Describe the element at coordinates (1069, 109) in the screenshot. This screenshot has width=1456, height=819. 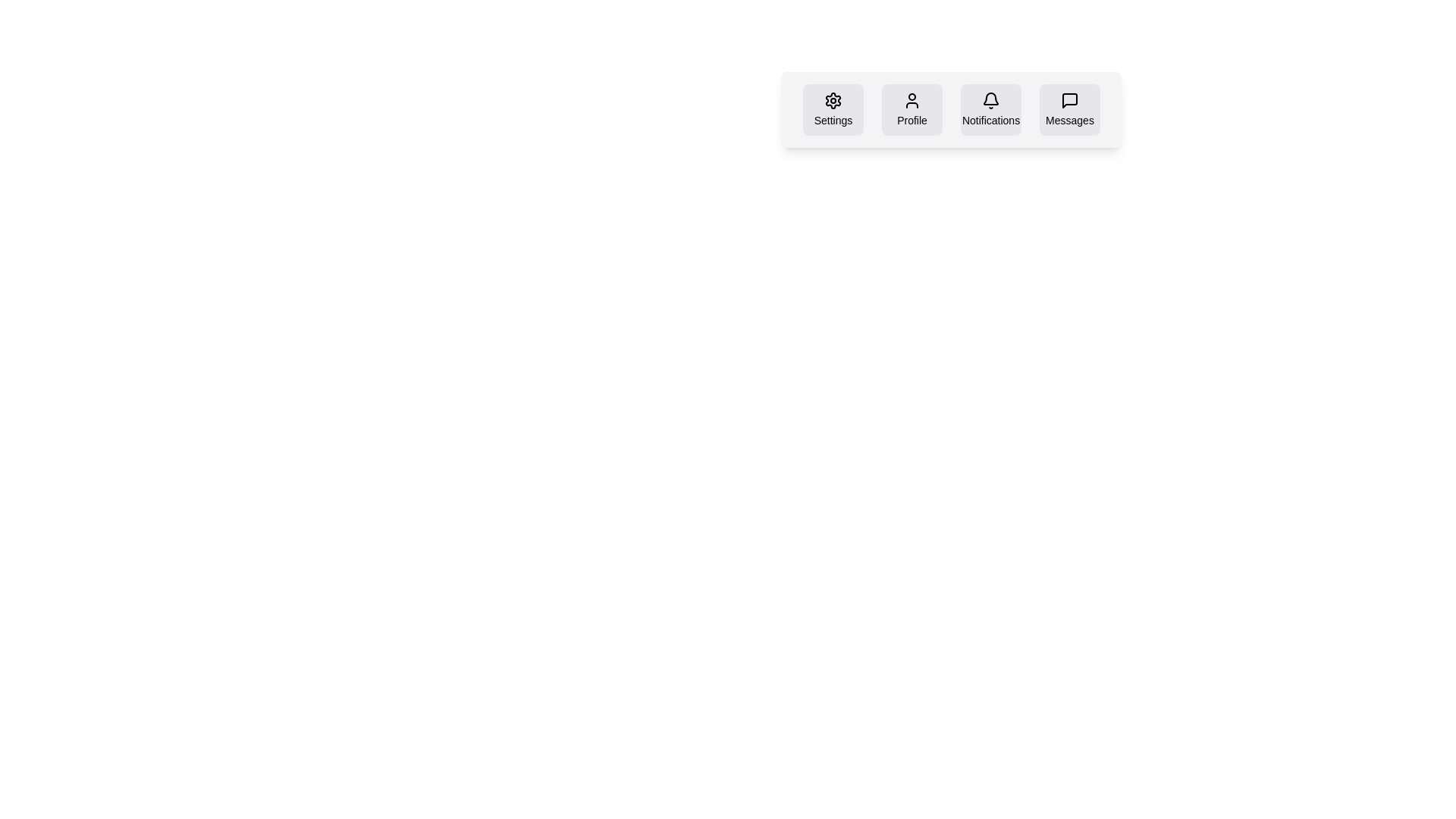
I see `the 'Messages' button, which is the fourth button in a horizontal series located at the top-right of the interface` at that location.